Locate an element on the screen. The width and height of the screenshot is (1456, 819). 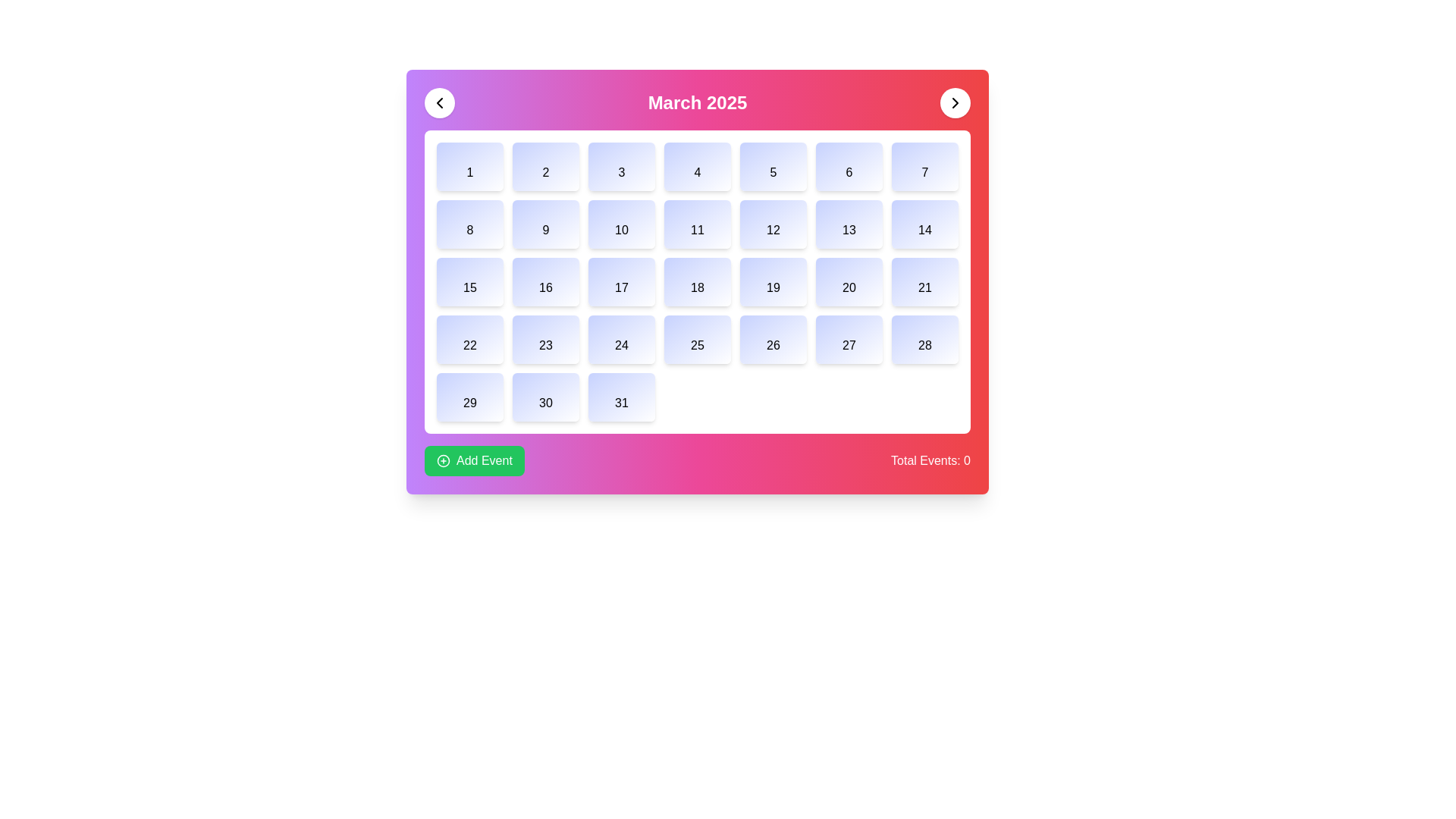
the icon within the 'Add Event' button, located to the left of the text 'Add Event' at the bottom-left corner of the calendar interface is located at coordinates (443, 460).